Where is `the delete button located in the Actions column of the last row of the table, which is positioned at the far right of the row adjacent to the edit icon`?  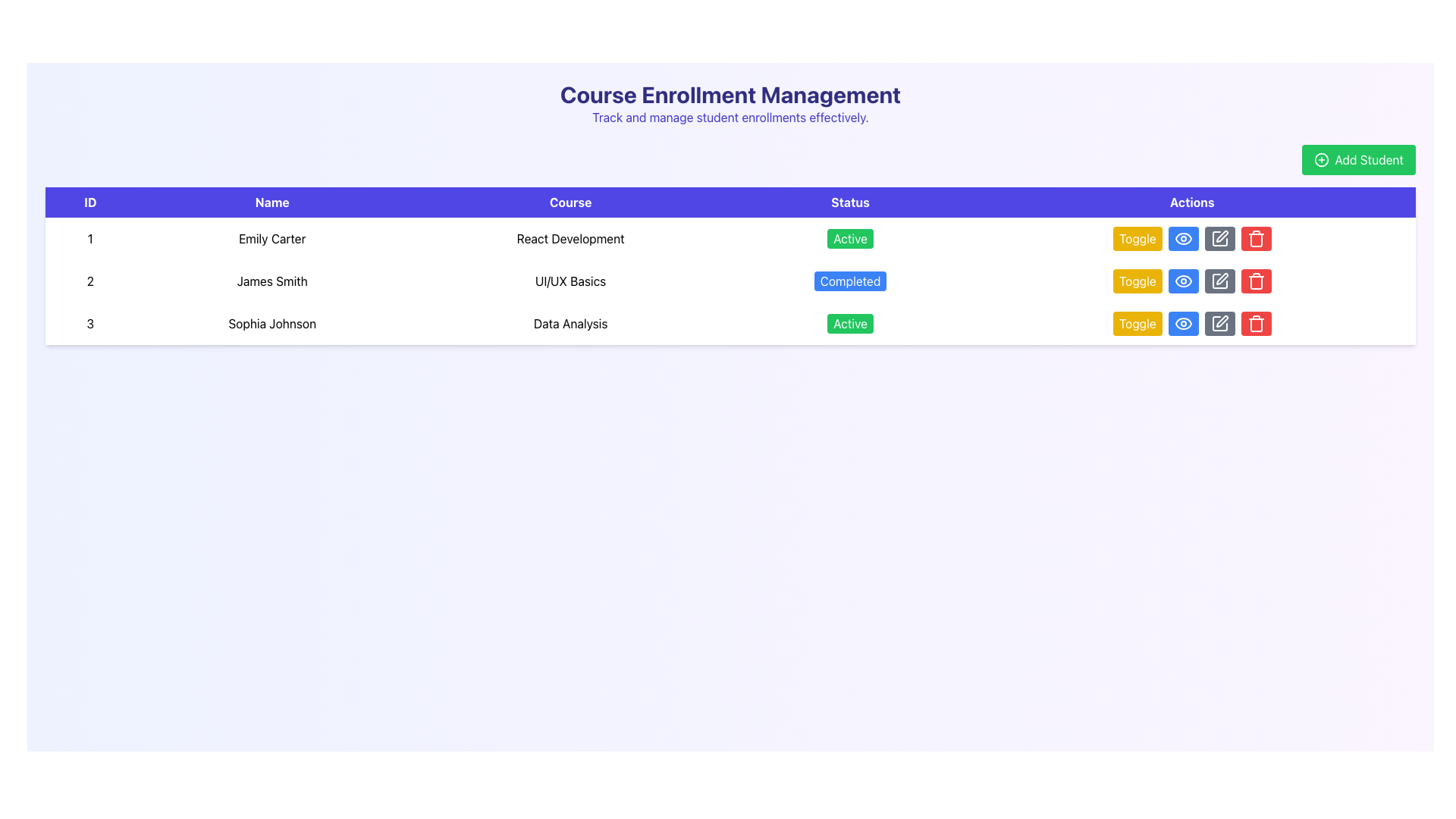 the delete button located in the Actions column of the last row of the table, which is positioned at the far right of the row adjacent to the edit icon is located at coordinates (1256, 323).